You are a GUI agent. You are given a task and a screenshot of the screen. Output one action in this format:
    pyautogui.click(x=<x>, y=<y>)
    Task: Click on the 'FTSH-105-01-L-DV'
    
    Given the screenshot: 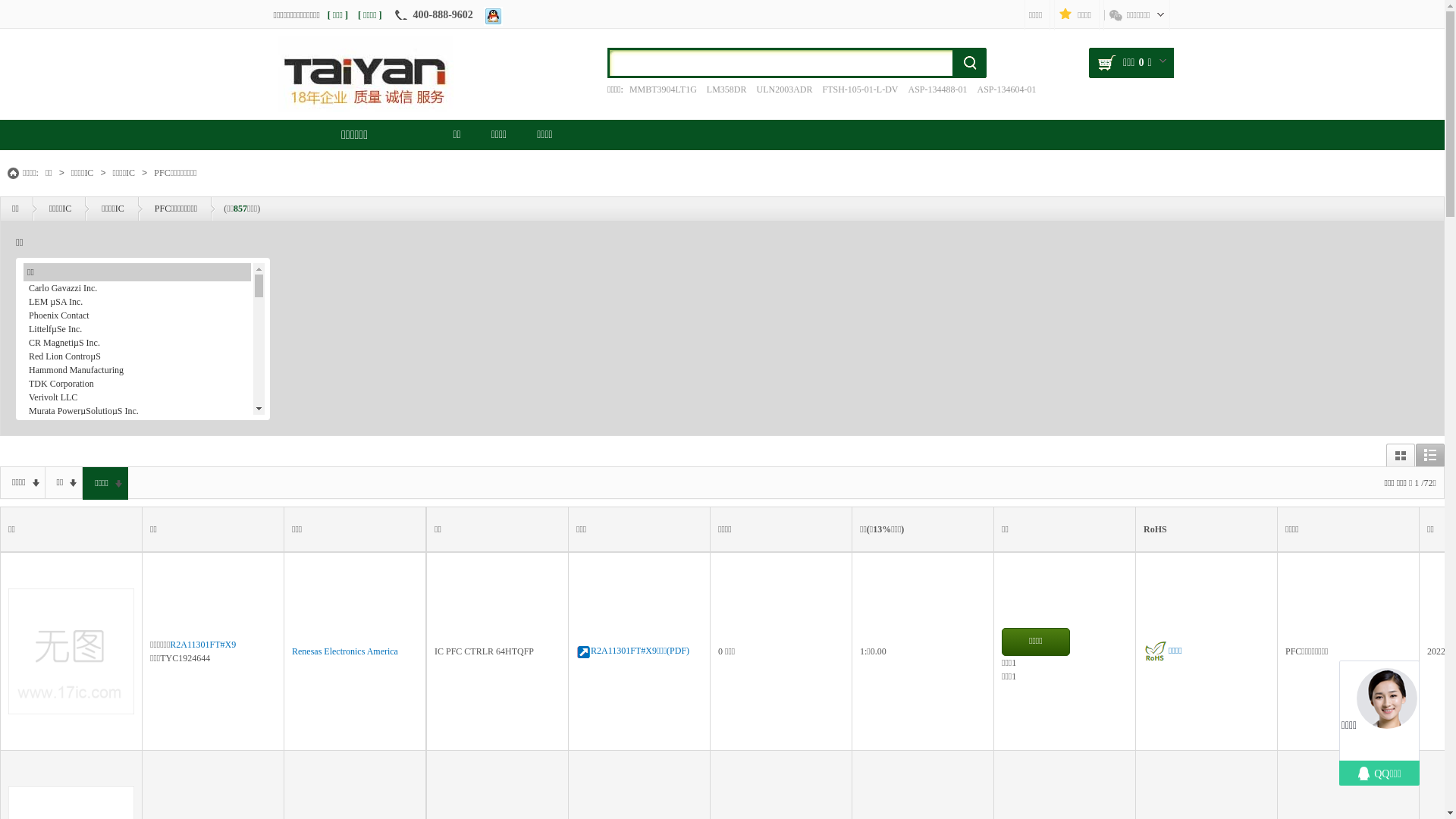 What is the action you would take?
    pyautogui.click(x=859, y=89)
    